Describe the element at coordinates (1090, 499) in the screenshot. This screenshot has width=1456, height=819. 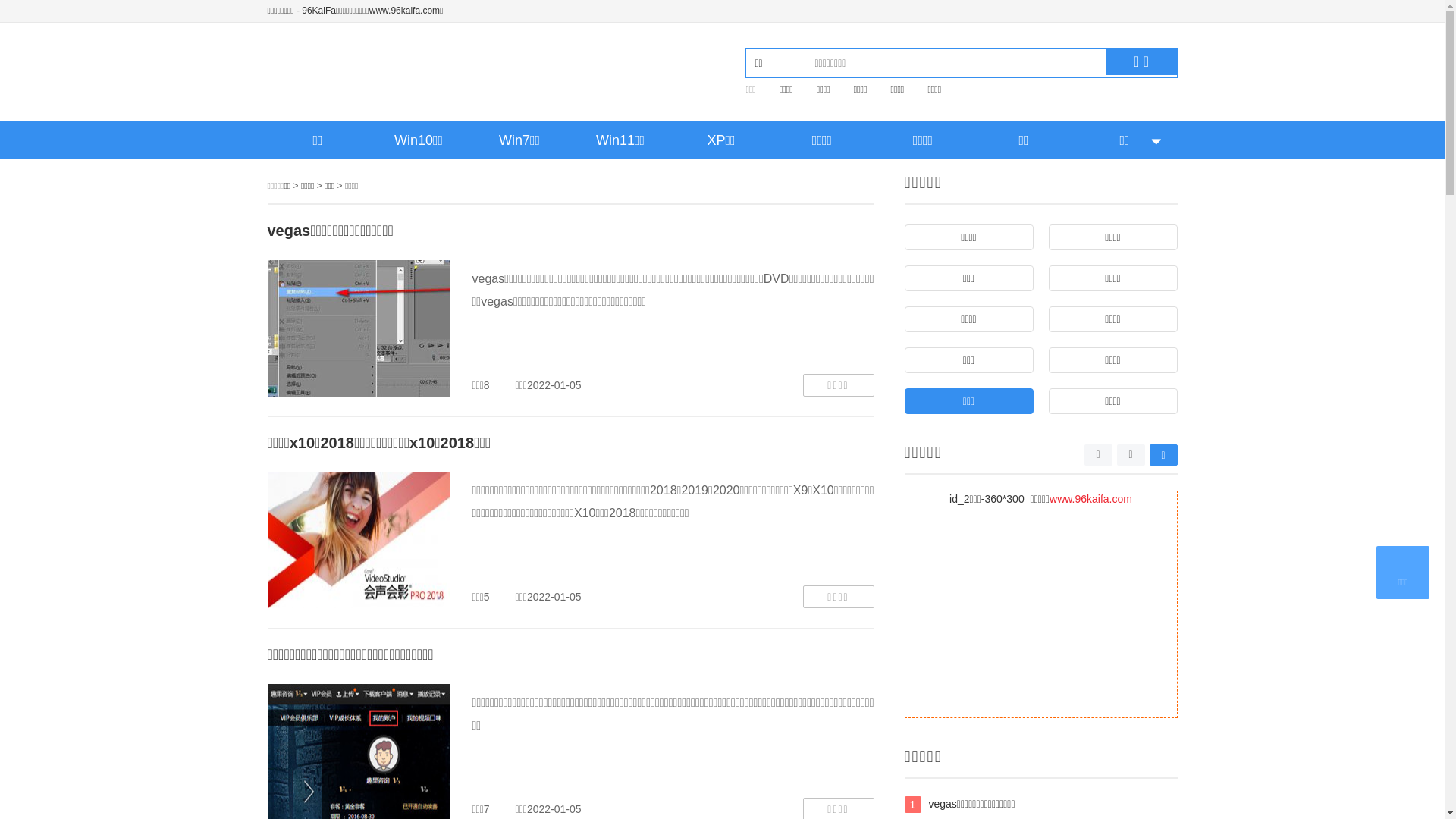
I see `'www.96kaifa.com'` at that location.